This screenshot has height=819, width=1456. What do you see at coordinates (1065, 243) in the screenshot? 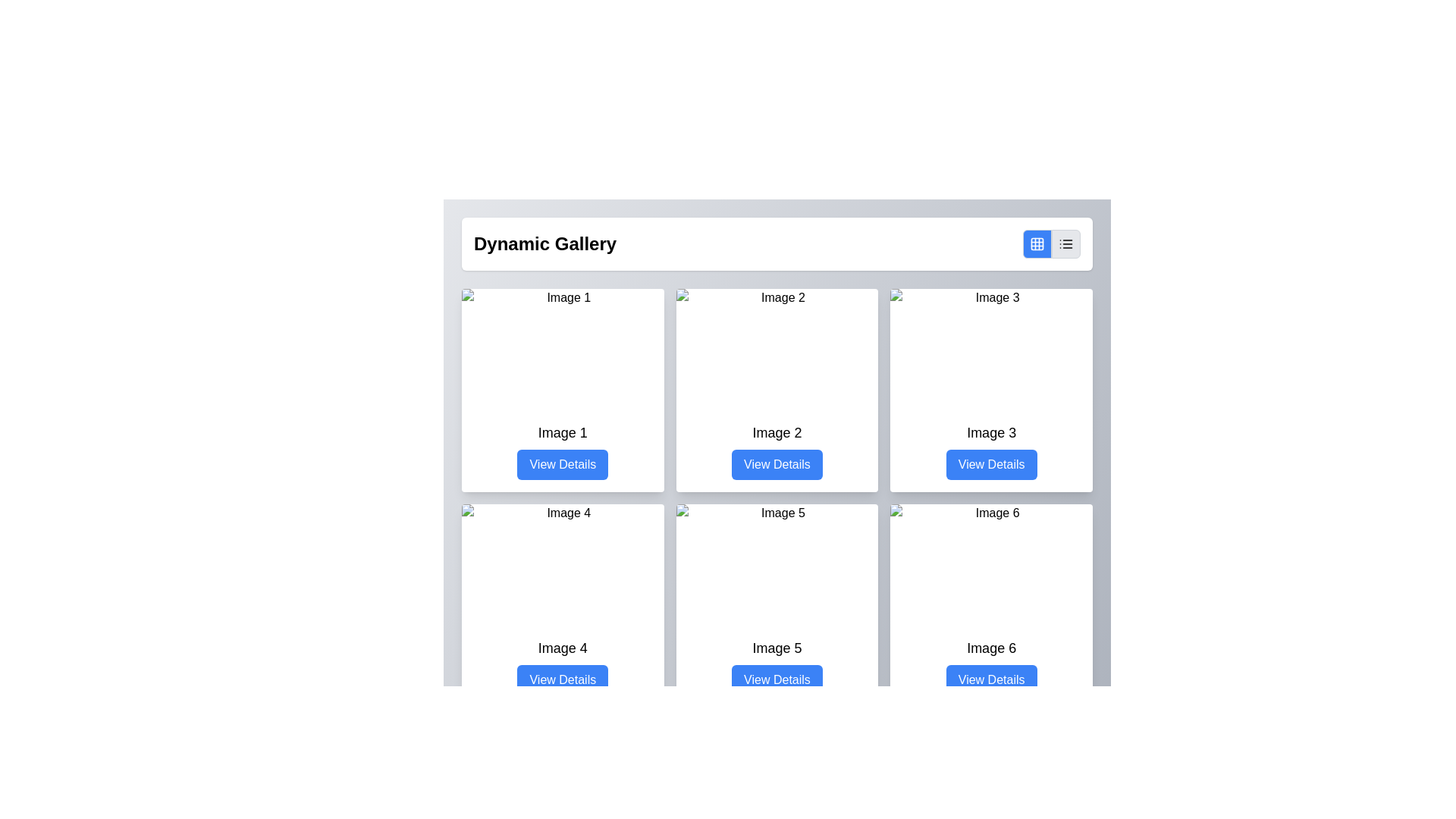
I see `the layout toggler button located in the header section, the second button to the right of the grid icon button` at bounding box center [1065, 243].